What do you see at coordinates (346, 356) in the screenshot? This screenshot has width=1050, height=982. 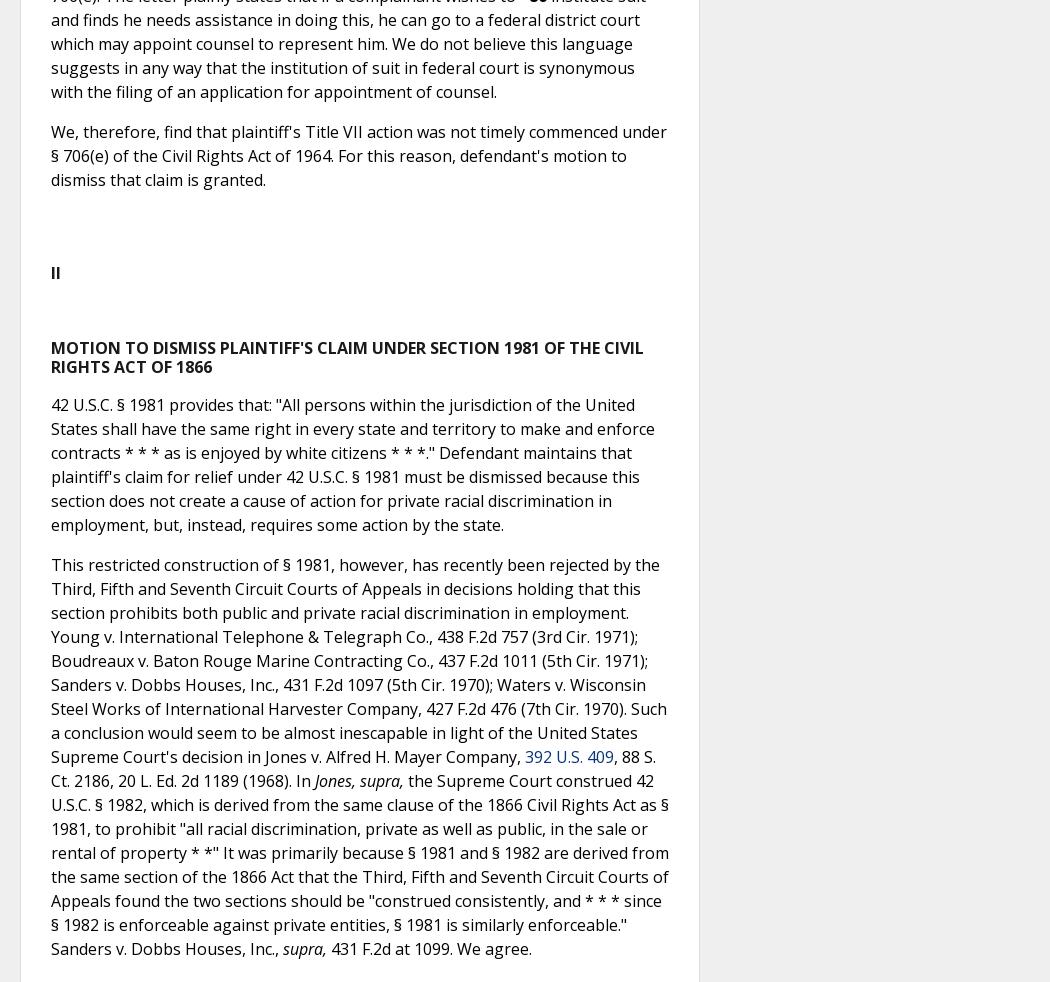 I see `'MOTION TO DISMISS PLAINTIFF'S CLAIM UNDER SECTION 1981 OF THE CIVIL RIGHTS ACT OF 1866'` at bounding box center [346, 356].